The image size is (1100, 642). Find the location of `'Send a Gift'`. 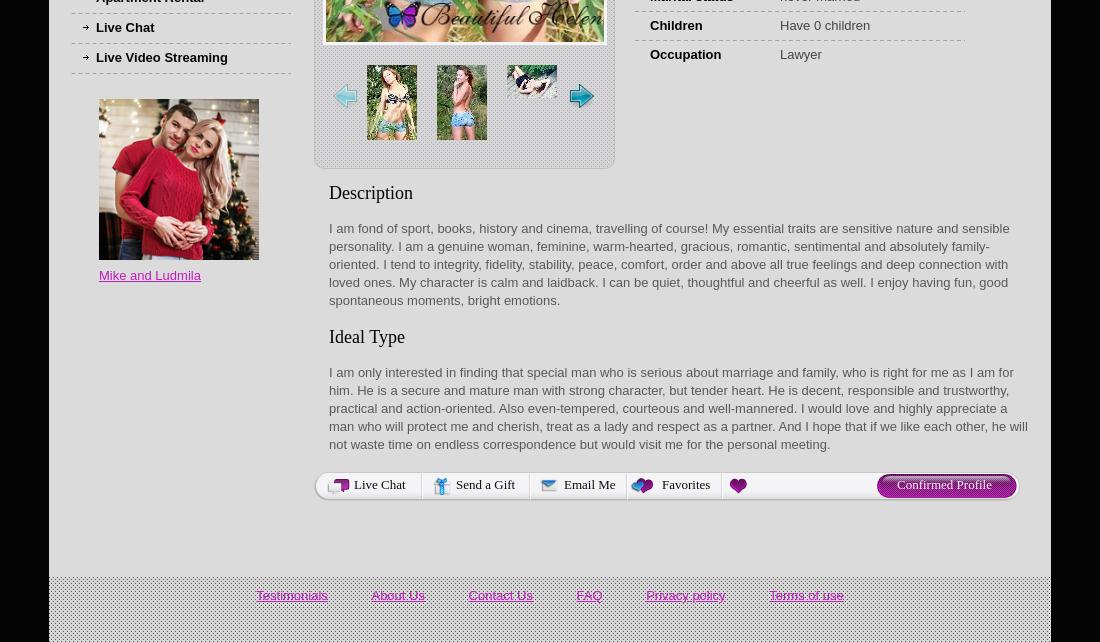

'Send a Gift' is located at coordinates (485, 483).